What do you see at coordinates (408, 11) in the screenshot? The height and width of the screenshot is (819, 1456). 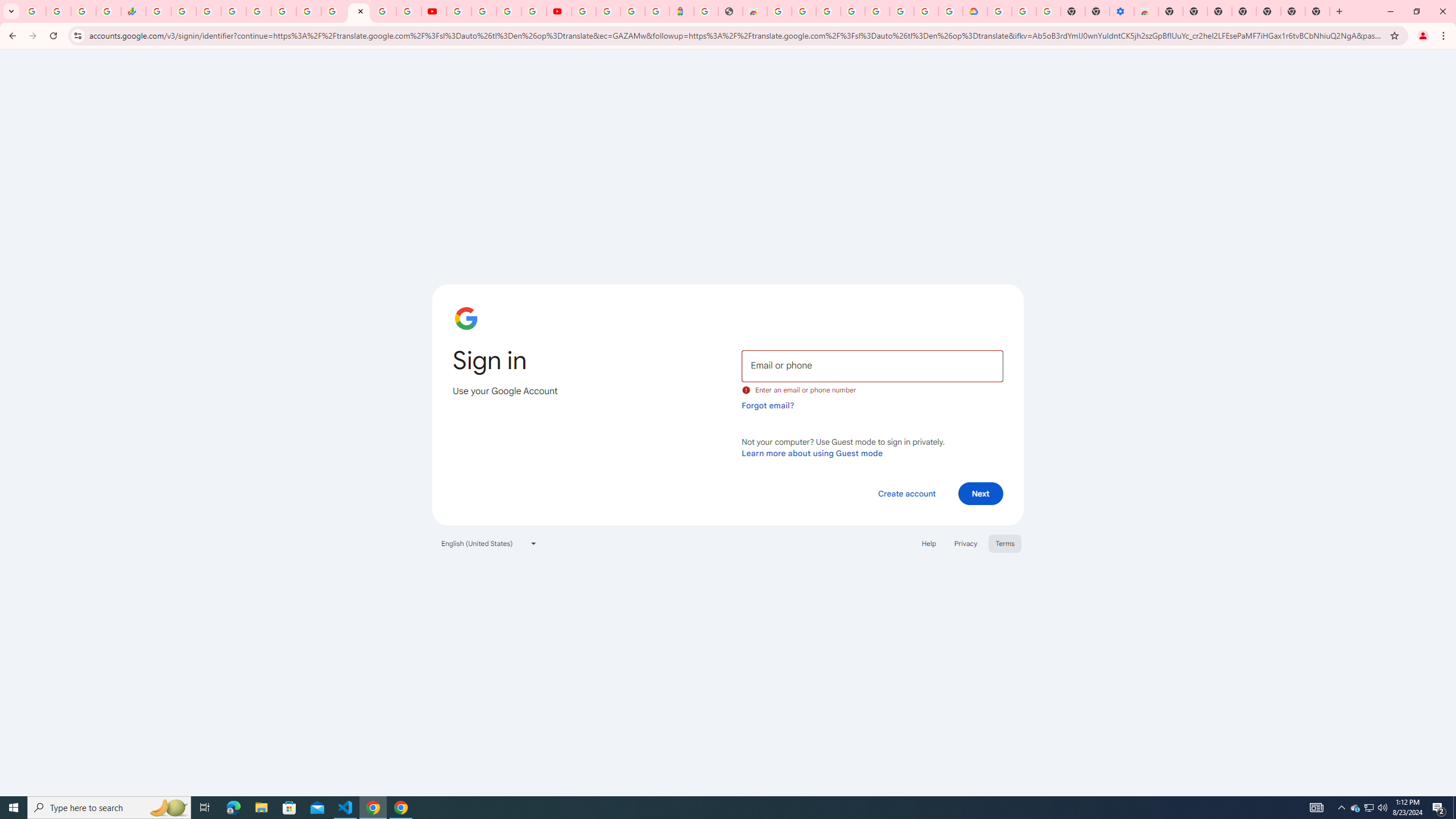 I see `'Privacy Checkup'` at bounding box center [408, 11].